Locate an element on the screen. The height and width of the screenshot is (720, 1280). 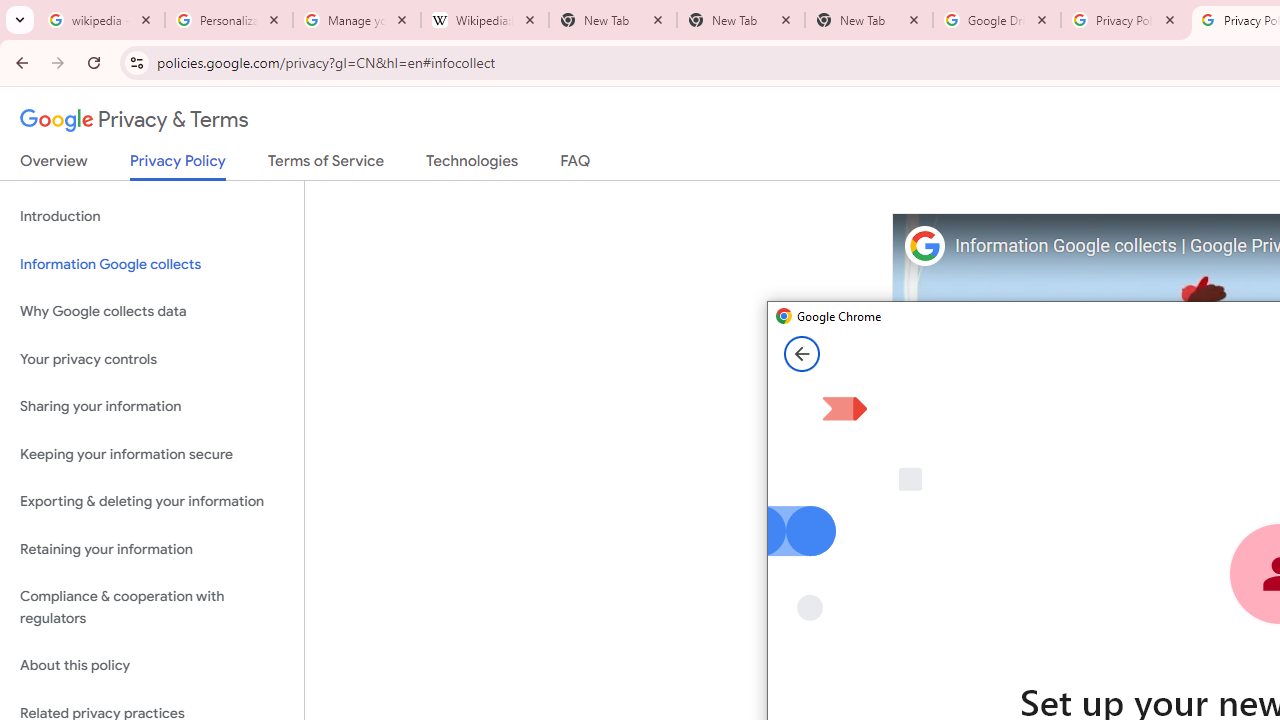
'Terms of Service' is located at coordinates (326, 164).